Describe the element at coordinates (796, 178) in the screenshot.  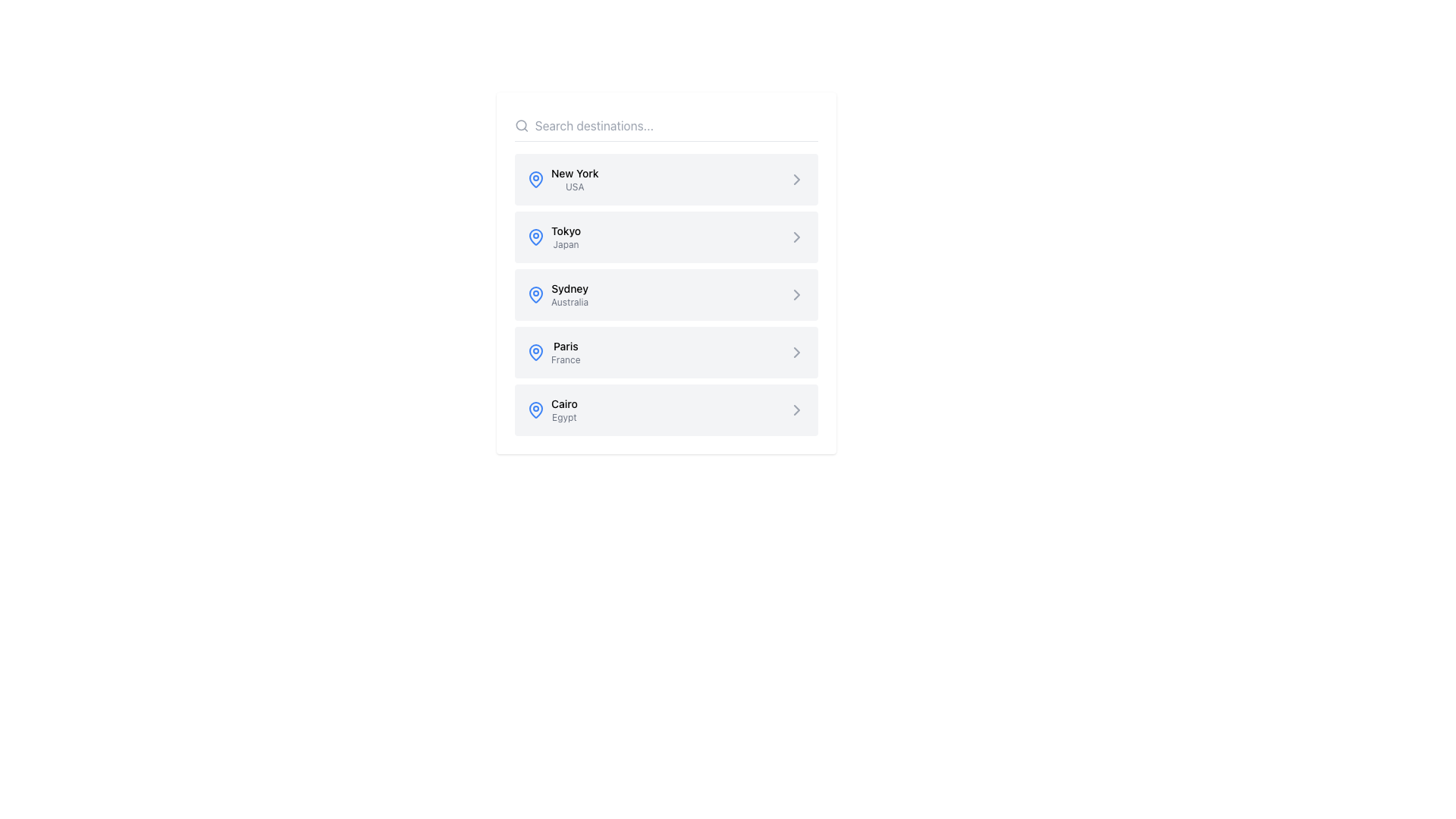
I see `the small gray chevron icon pointing right located to the center-right of the 'New York, USA' item in the list of destinations` at that location.